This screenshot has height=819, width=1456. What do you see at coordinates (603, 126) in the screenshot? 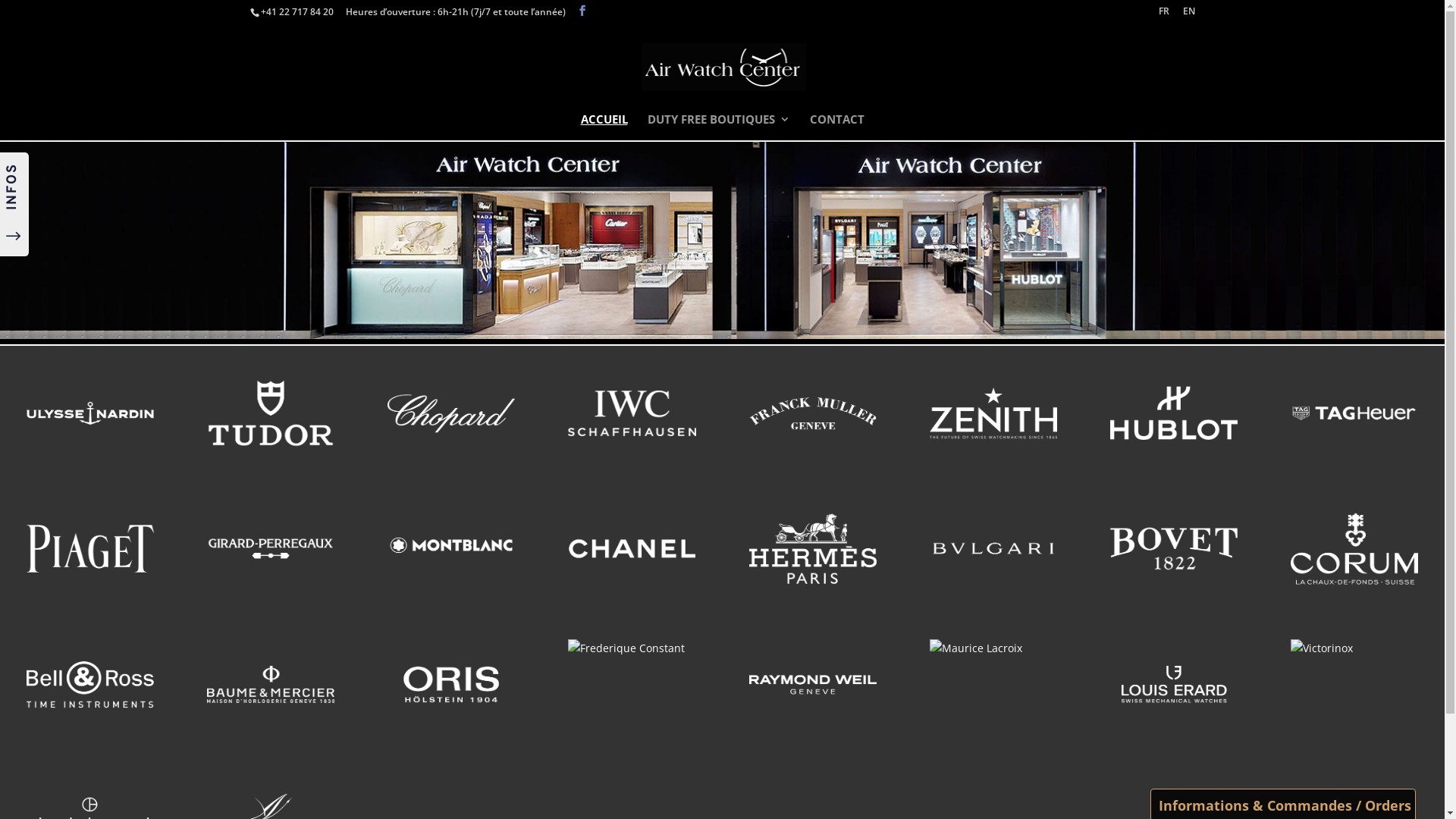
I see `'ACCUEIL'` at bounding box center [603, 126].